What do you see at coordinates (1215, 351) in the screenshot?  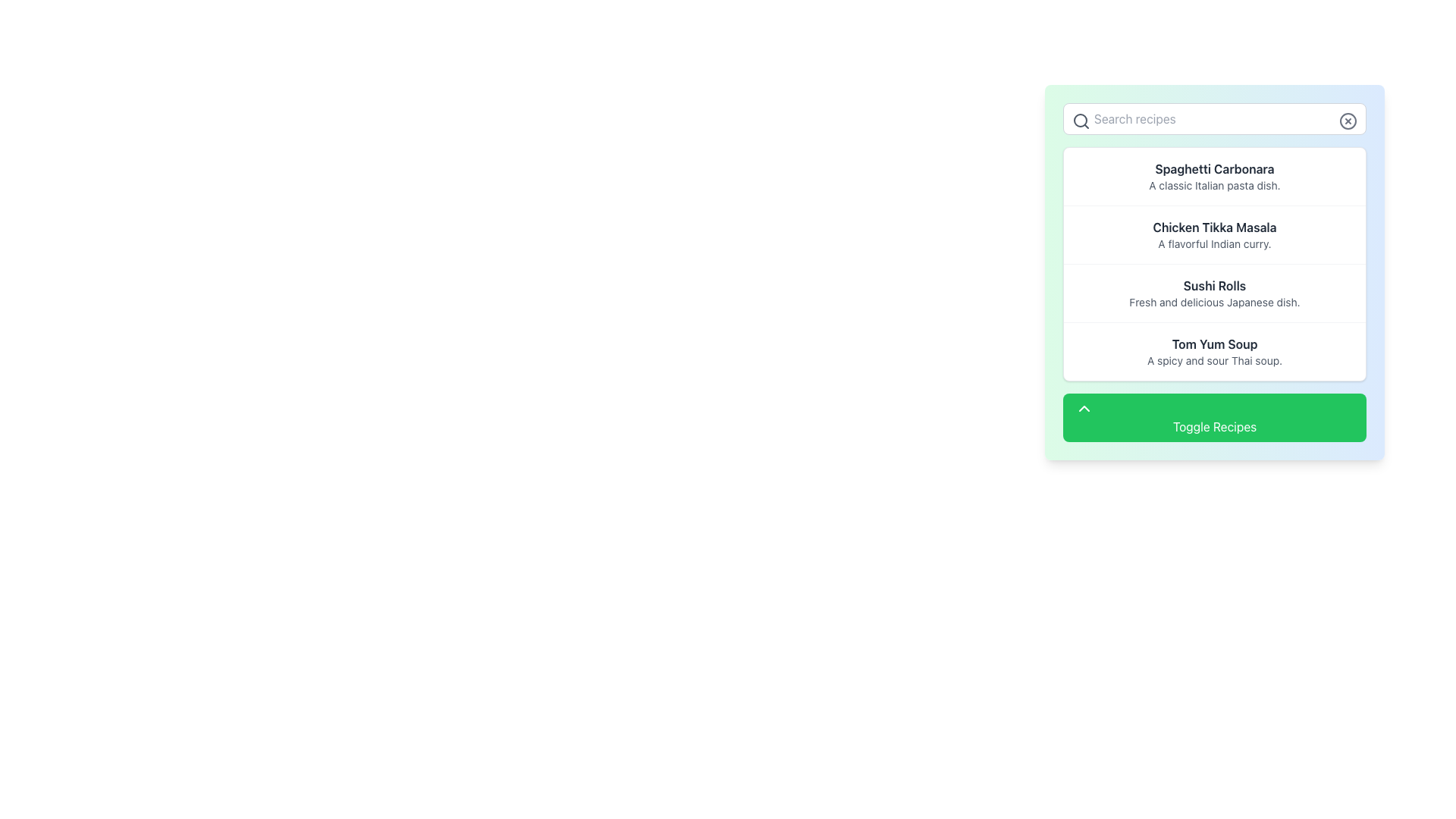 I see `the text block containing 'Tom Yum Soup' which is a rectangular component with a white background and is positioned fourth from the top in a vertically scrolling panel` at bounding box center [1215, 351].